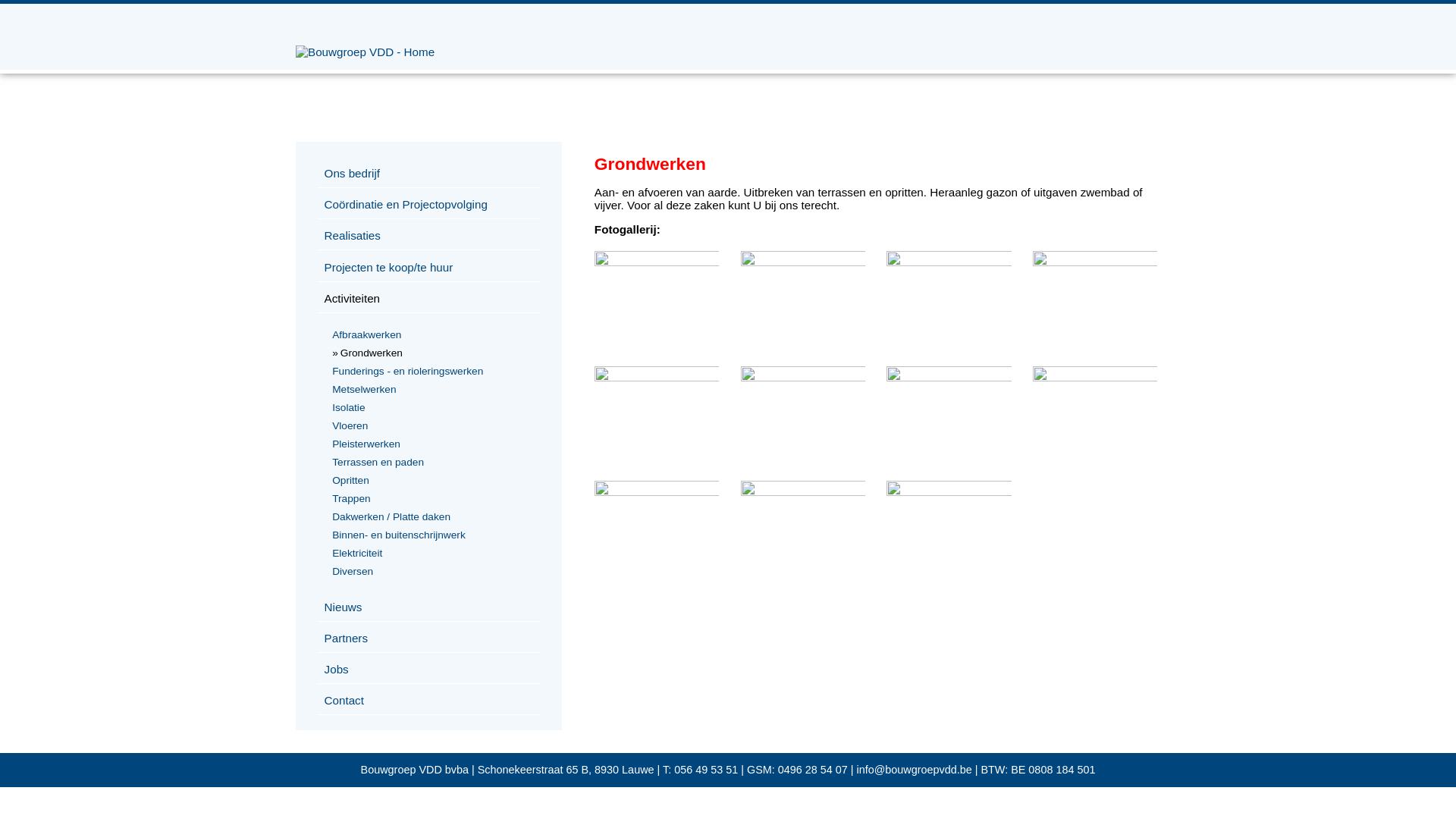 Image resolution: width=1456 pixels, height=819 pixels. I want to click on 'Grondwerken', so click(593, 376).